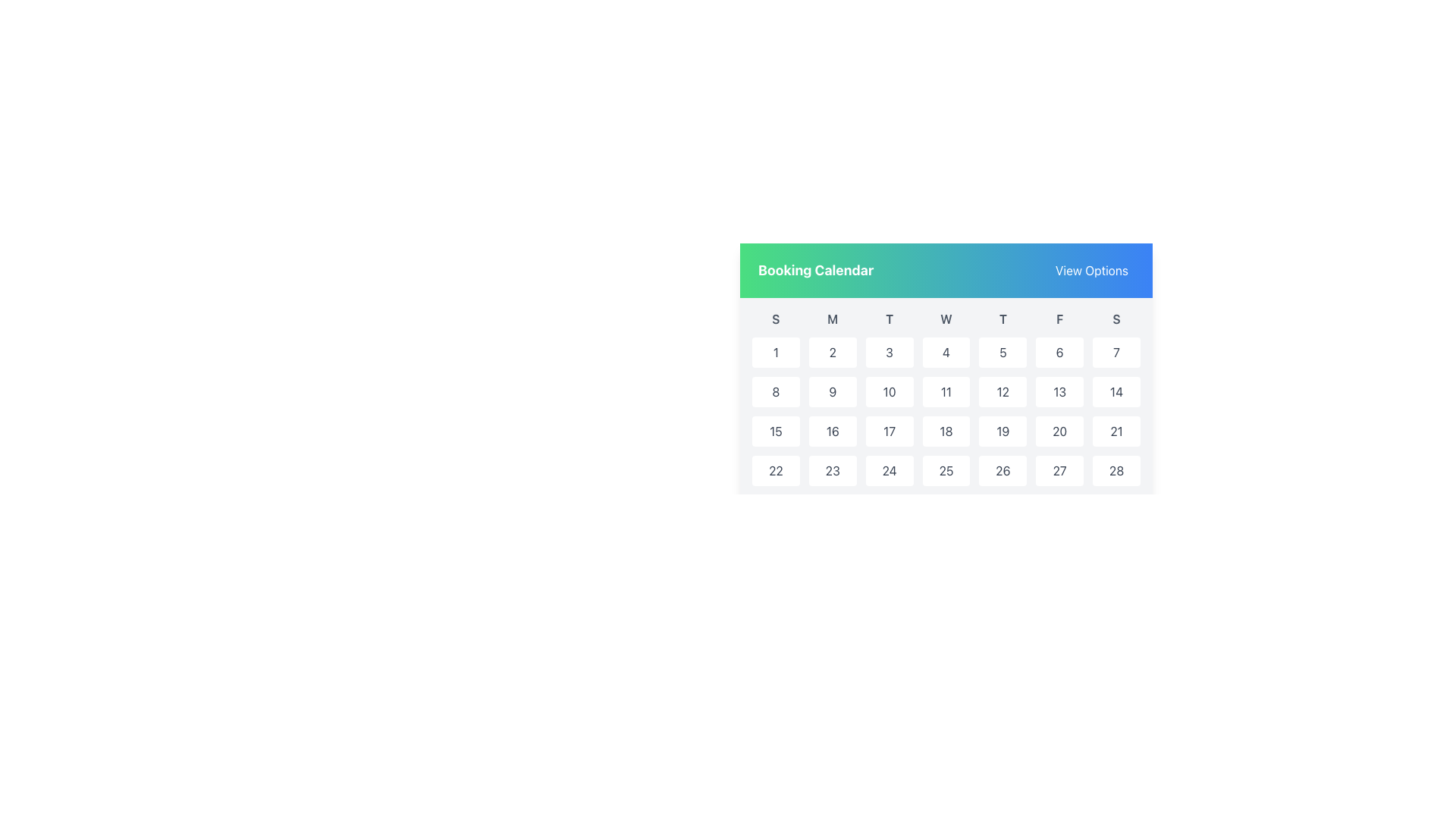 This screenshot has height=819, width=1456. Describe the element at coordinates (832, 318) in the screenshot. I see `the static text label displaying the capital letter 'M' in the weekly calendar header` at that location.